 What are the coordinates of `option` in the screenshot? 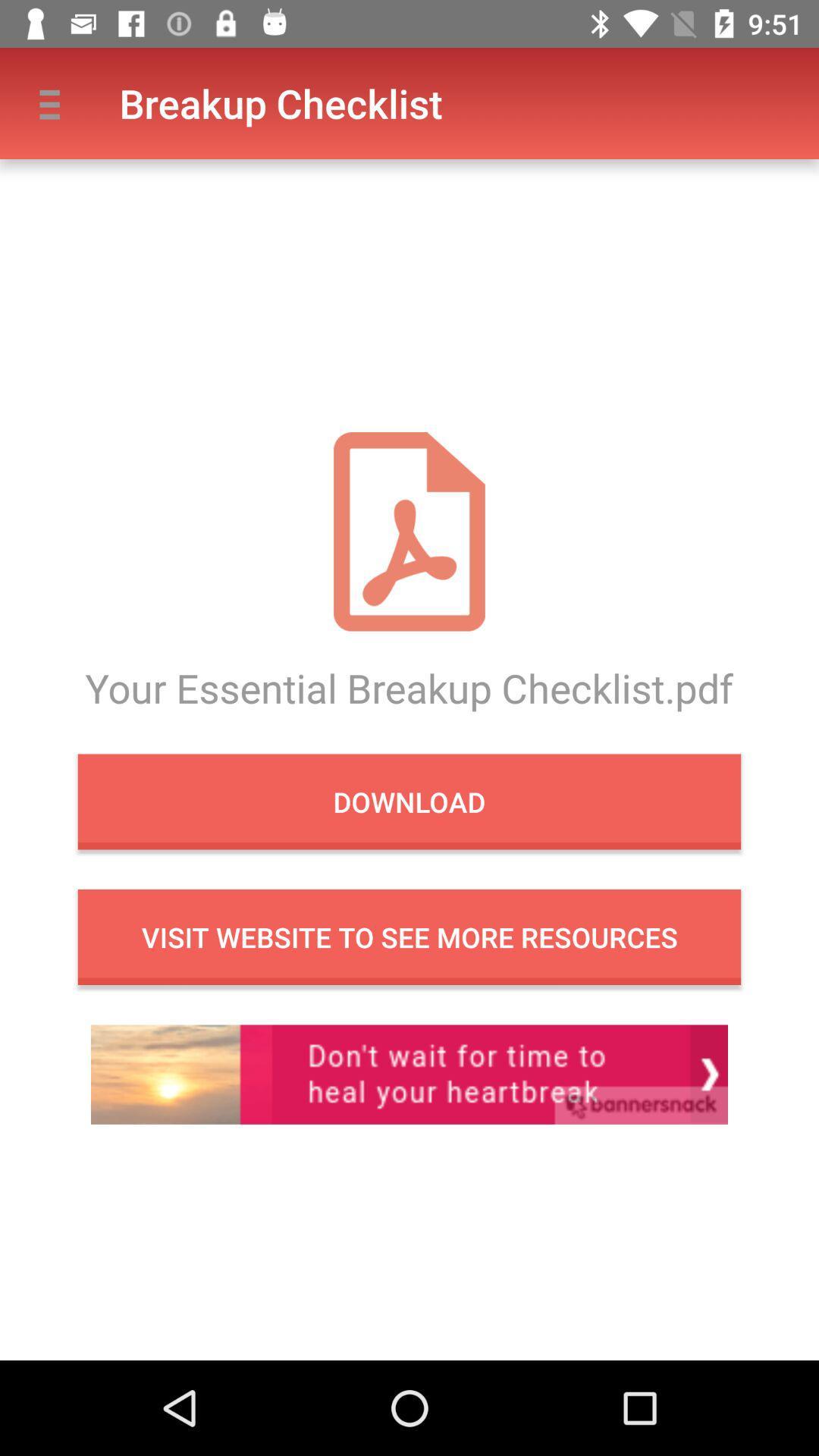 It's located at (409, 1074).